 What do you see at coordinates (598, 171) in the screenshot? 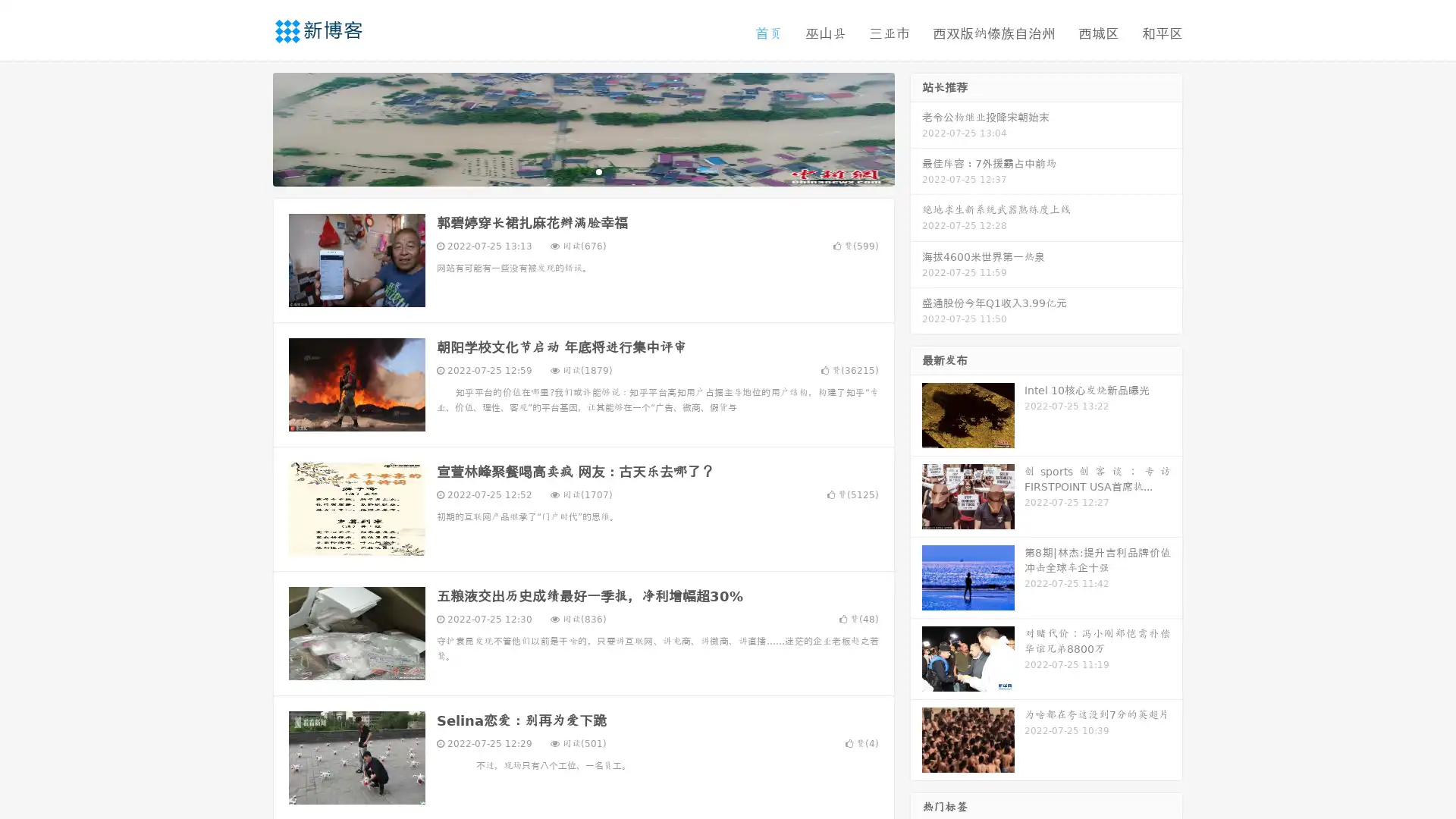
I see `Go to slide 3` at bounding box center [598, 171].